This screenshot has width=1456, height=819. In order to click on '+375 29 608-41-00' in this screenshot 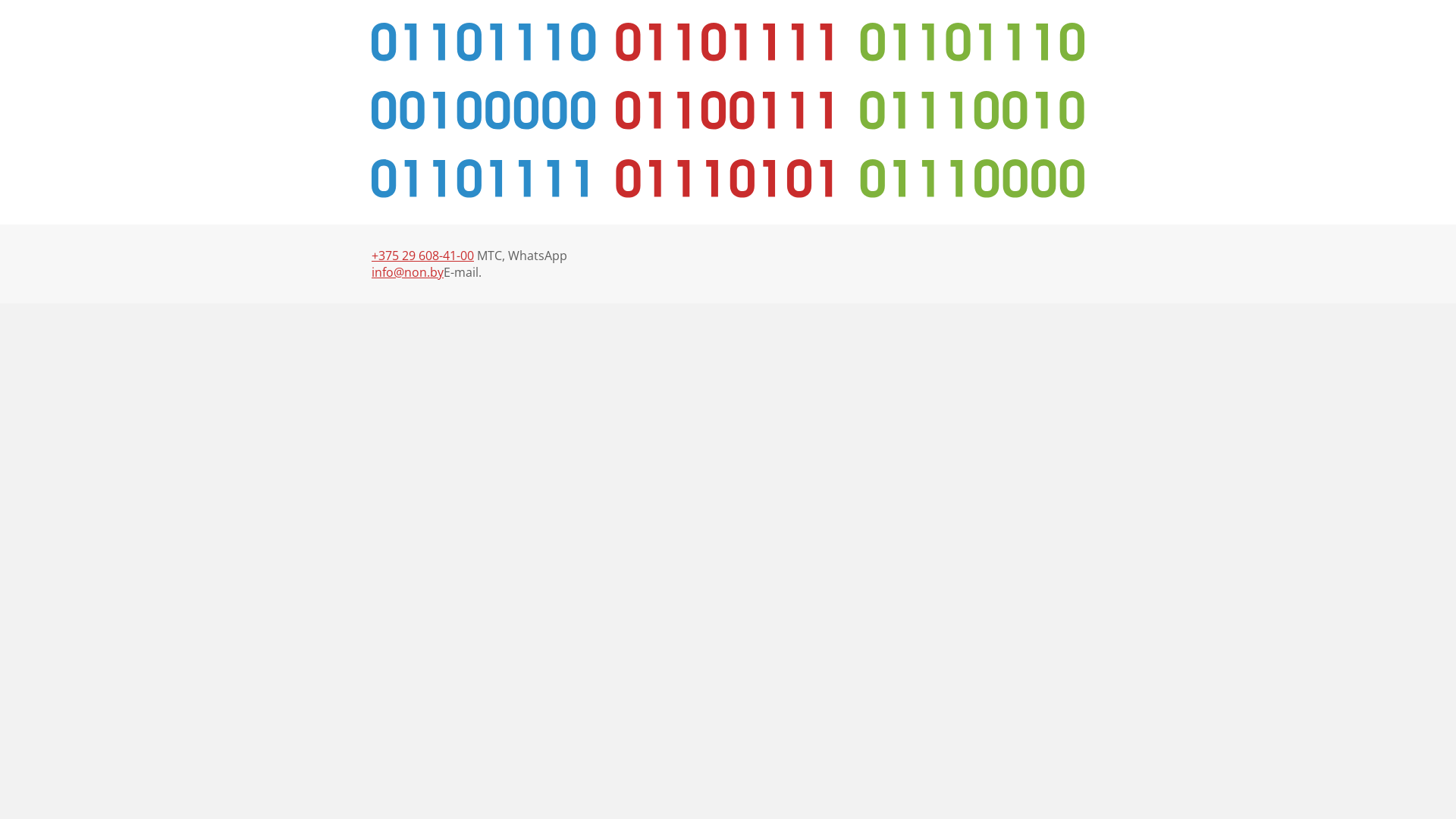, I will do `click(422, 254)`.